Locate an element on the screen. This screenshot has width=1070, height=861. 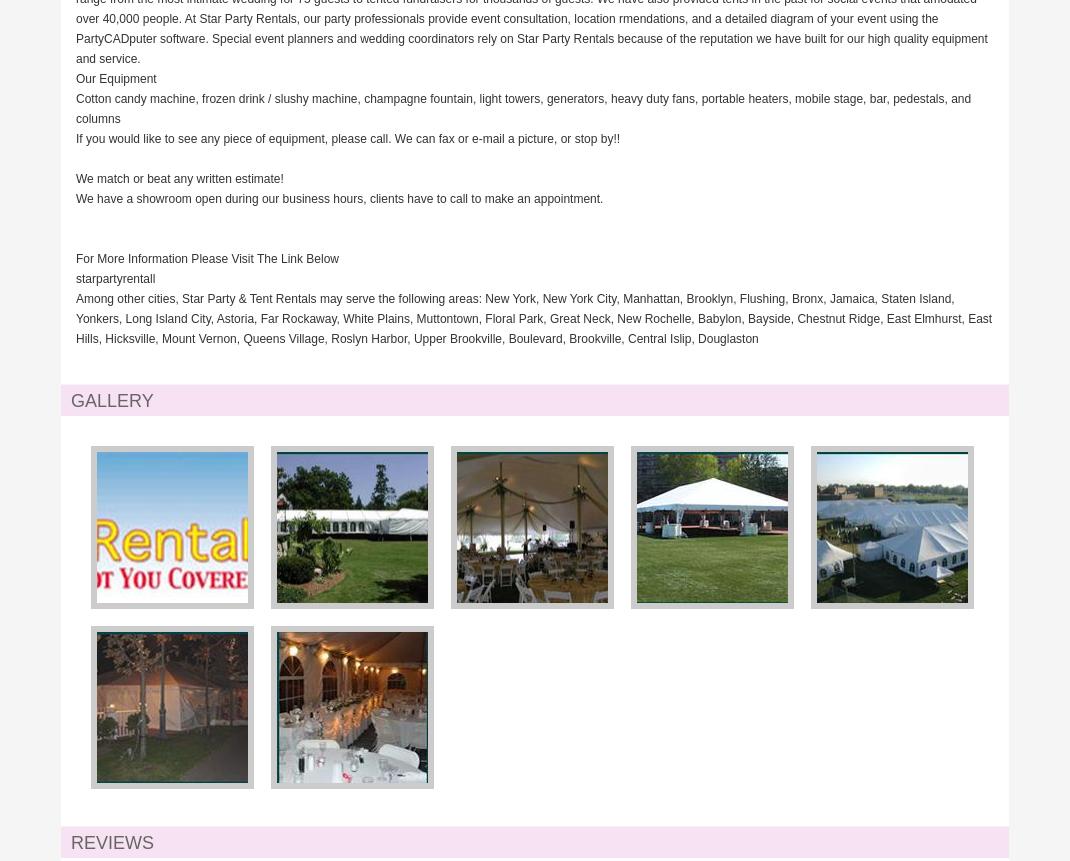
'Cotton candy machine, frozen drink / slushy machine, champagne fountain,  light towers, generators, heavy duty fans, portable heaters, mobile stage, bar, pedestals, and columns' is located at coordinates (523, 108).